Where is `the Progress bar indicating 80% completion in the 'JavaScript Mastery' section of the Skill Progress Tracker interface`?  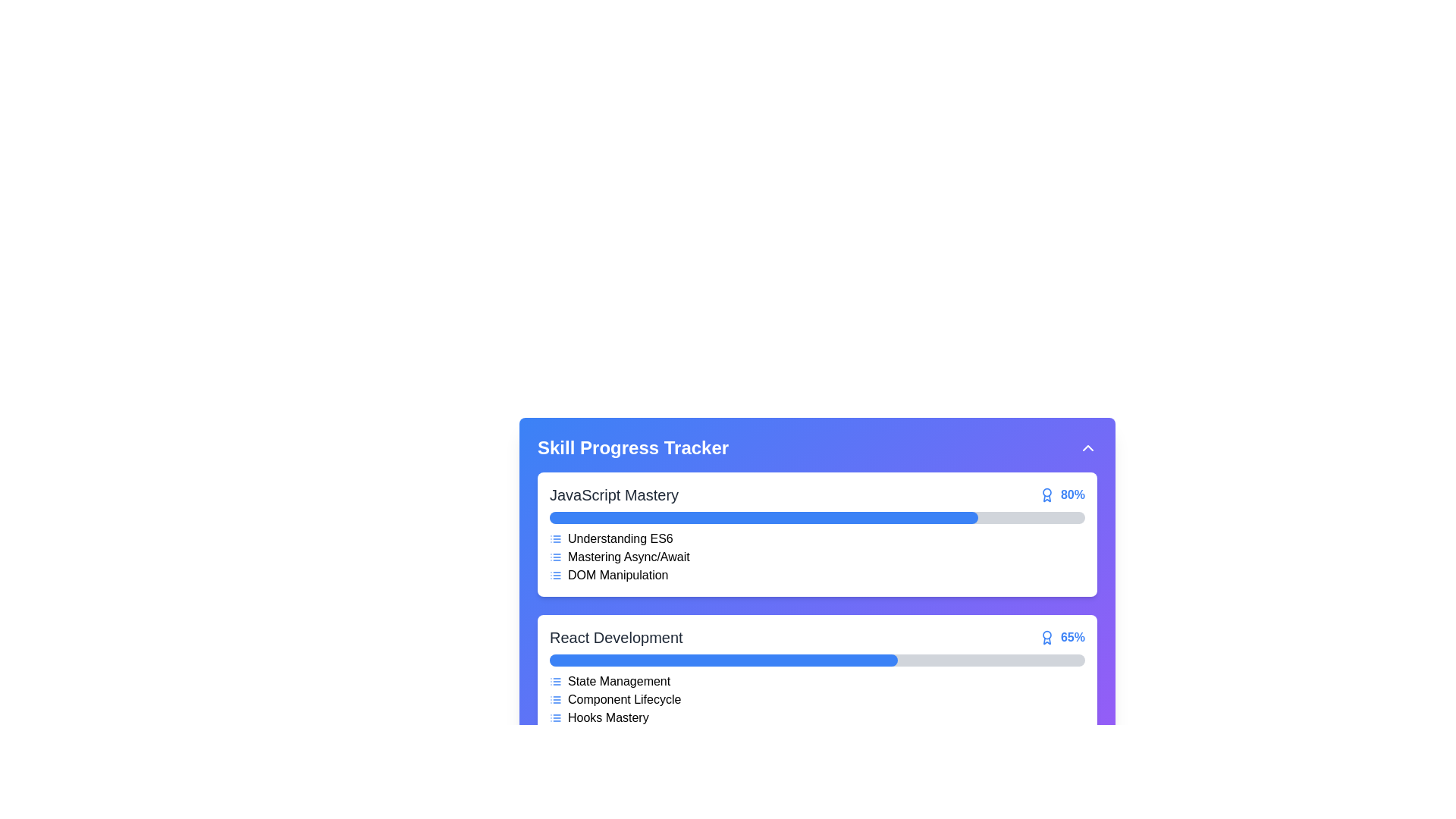 the Progress bar indicating 80% completion in the 'JavaScript Mastery' section of the Skill Progress Tracker interface is located at coordinates (817, 516).